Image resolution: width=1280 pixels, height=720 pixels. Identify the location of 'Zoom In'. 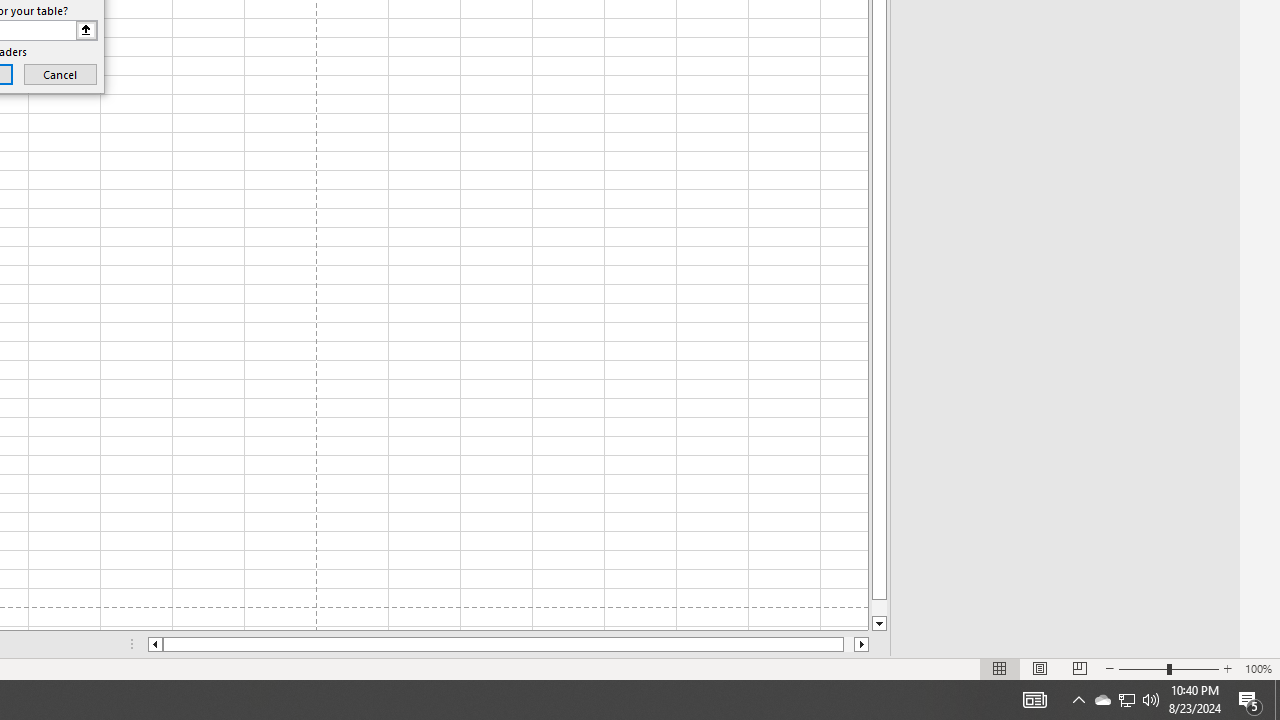
(1226, 669).